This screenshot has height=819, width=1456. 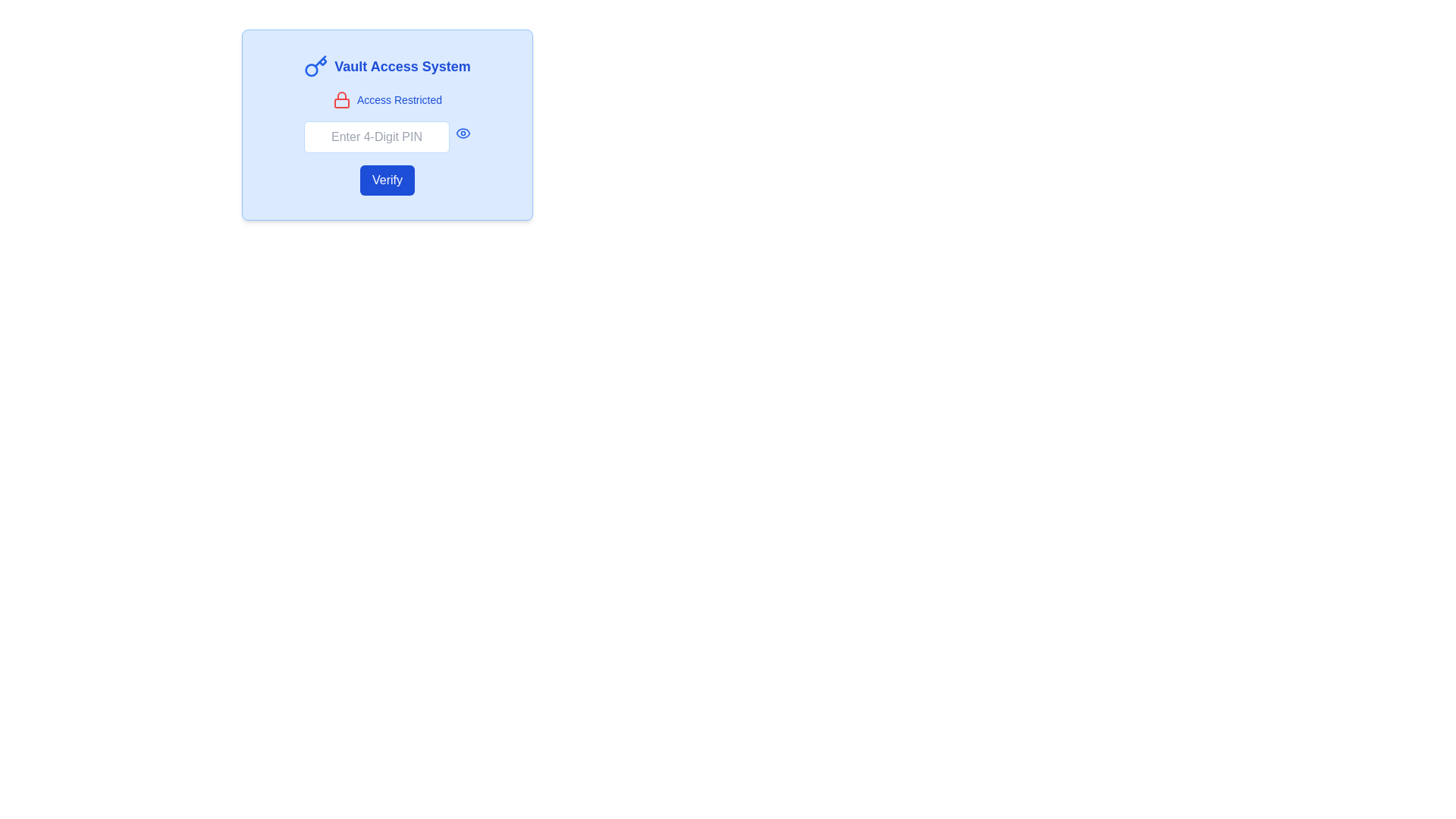 What do you see at coordinates (400, 99) in the screenshot?
I see `the text label displaying 'Access Restricted' in blue, which is adjacent to the 'Vault Access System' title and above the input field` at bounding box center [400, 99].